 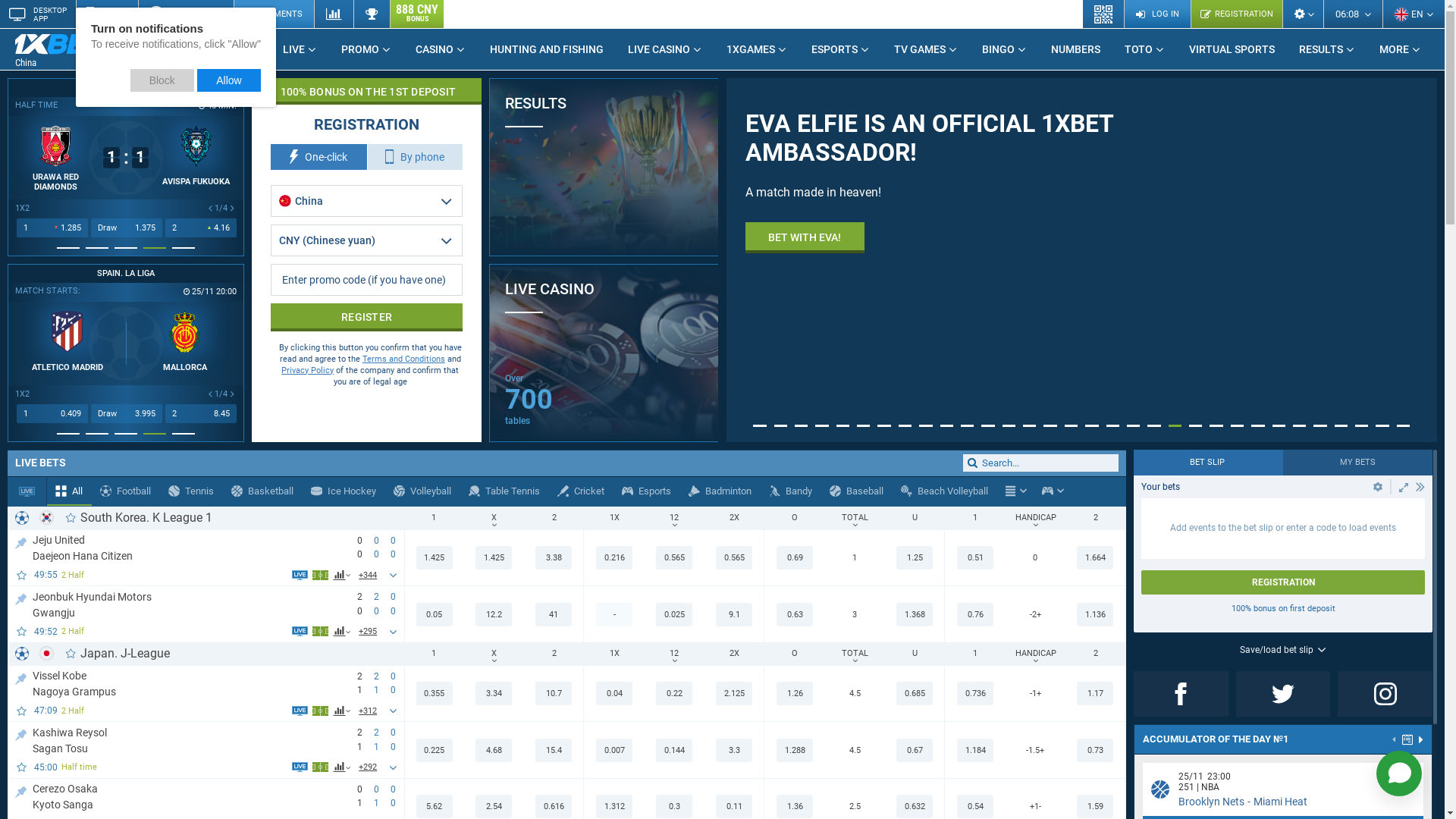 What do you see at coordinates (1082, 14) in the screenshot?
I see `'QR code login'` at bounding box center [1082, 14].